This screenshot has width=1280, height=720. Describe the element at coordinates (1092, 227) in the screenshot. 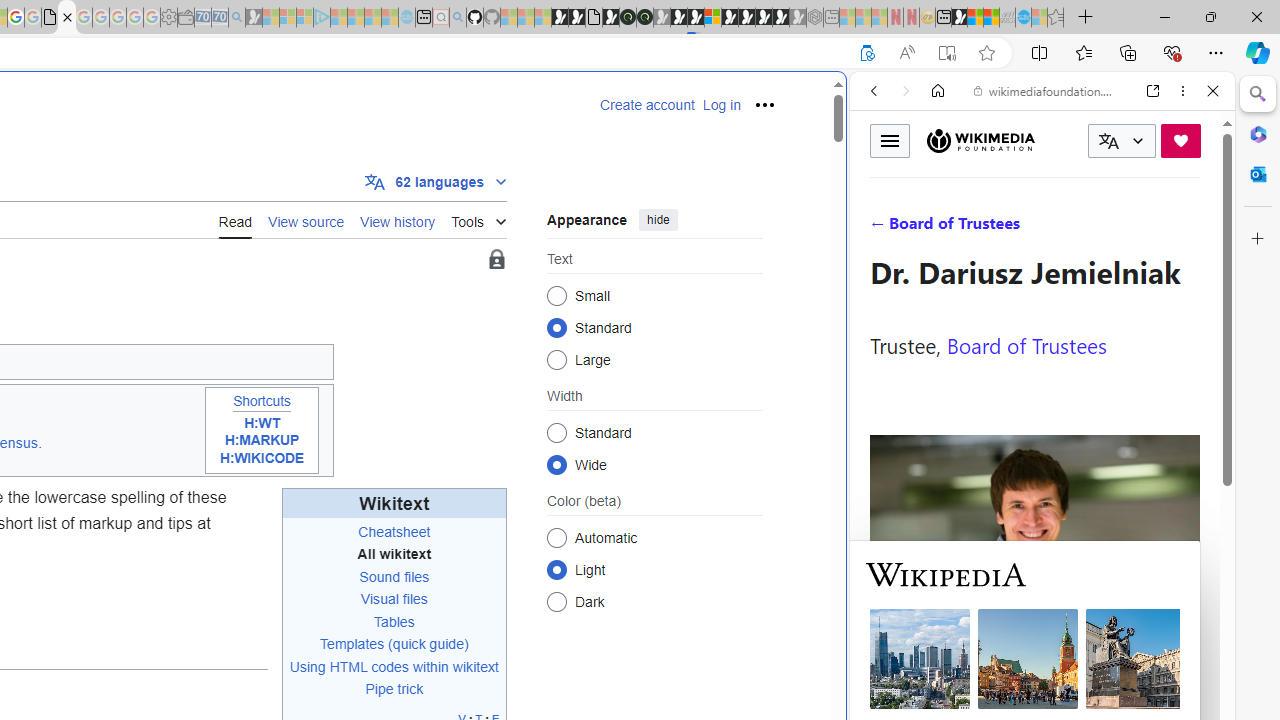

I see `'SEARCH TOOLS'` at that location.